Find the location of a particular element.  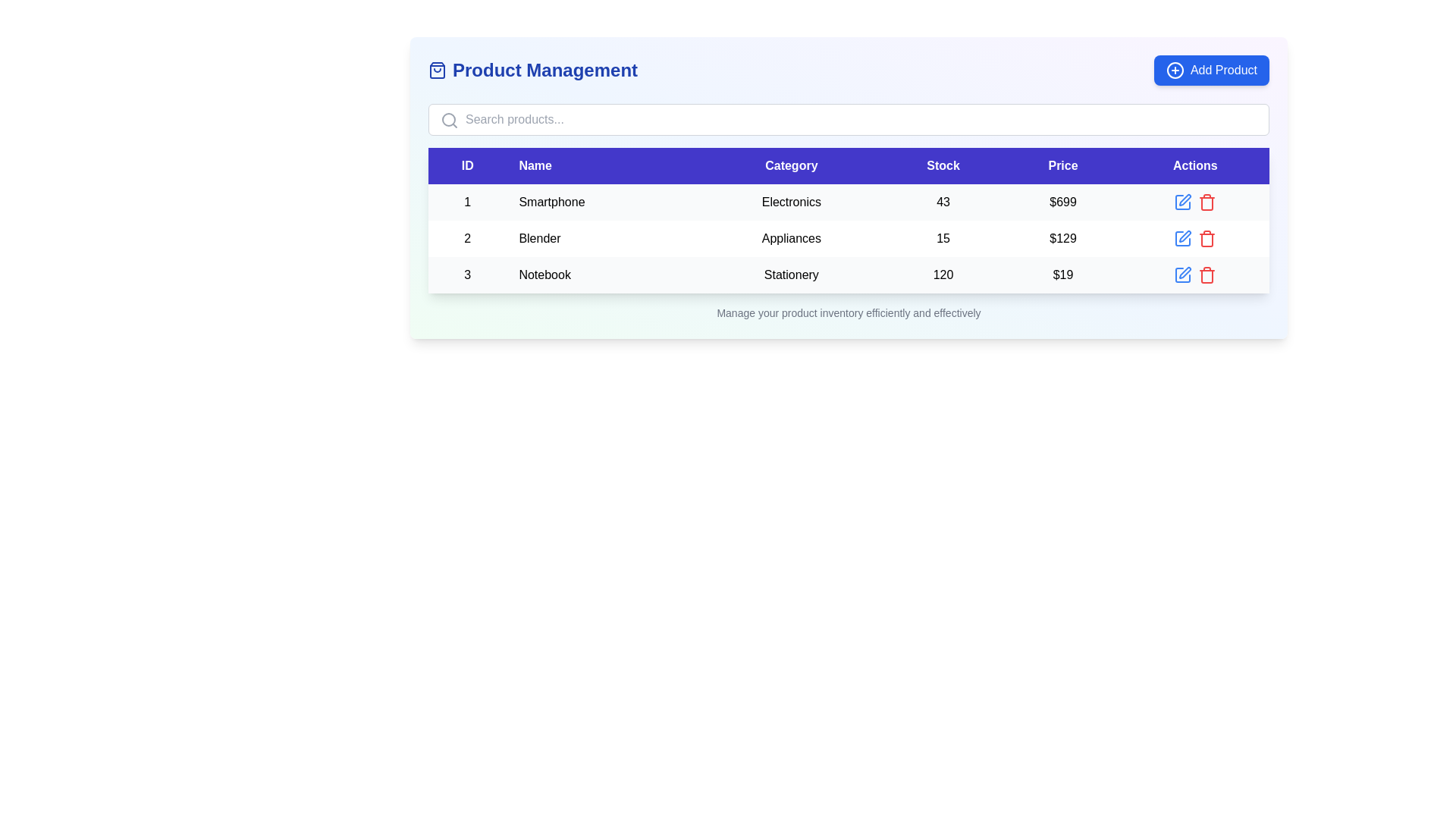

the informational label indicating the category 'Blender' in the second row of the table under the 'Category' column is located at coordinates (790, 239).